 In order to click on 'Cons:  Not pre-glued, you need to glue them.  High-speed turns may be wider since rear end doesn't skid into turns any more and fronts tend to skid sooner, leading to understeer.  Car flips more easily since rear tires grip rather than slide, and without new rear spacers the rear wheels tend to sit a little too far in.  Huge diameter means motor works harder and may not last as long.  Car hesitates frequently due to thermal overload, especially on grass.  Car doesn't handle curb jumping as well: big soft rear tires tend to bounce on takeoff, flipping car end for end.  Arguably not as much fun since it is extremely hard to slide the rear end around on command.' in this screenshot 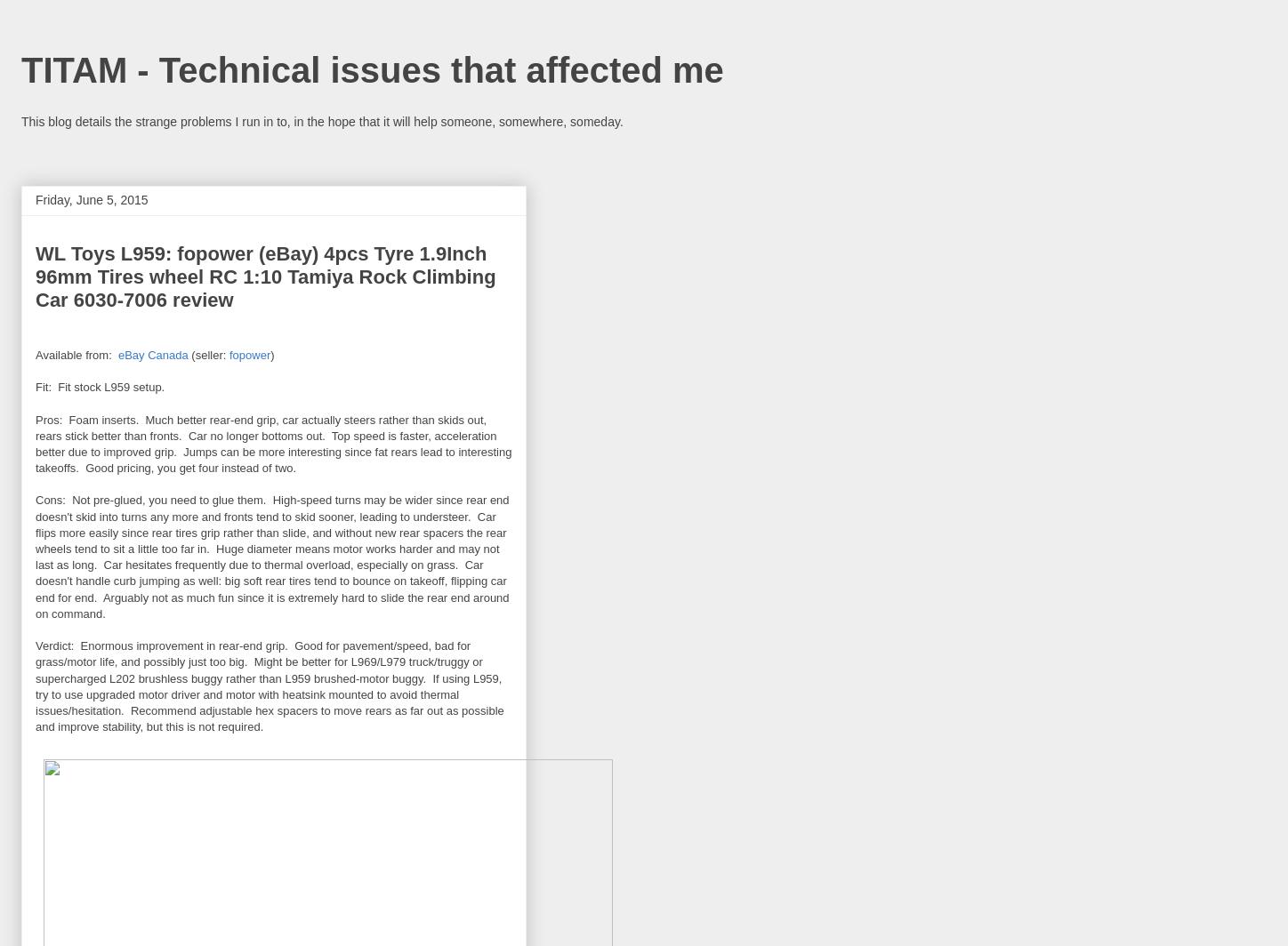, I will do `click(270, 556)`.